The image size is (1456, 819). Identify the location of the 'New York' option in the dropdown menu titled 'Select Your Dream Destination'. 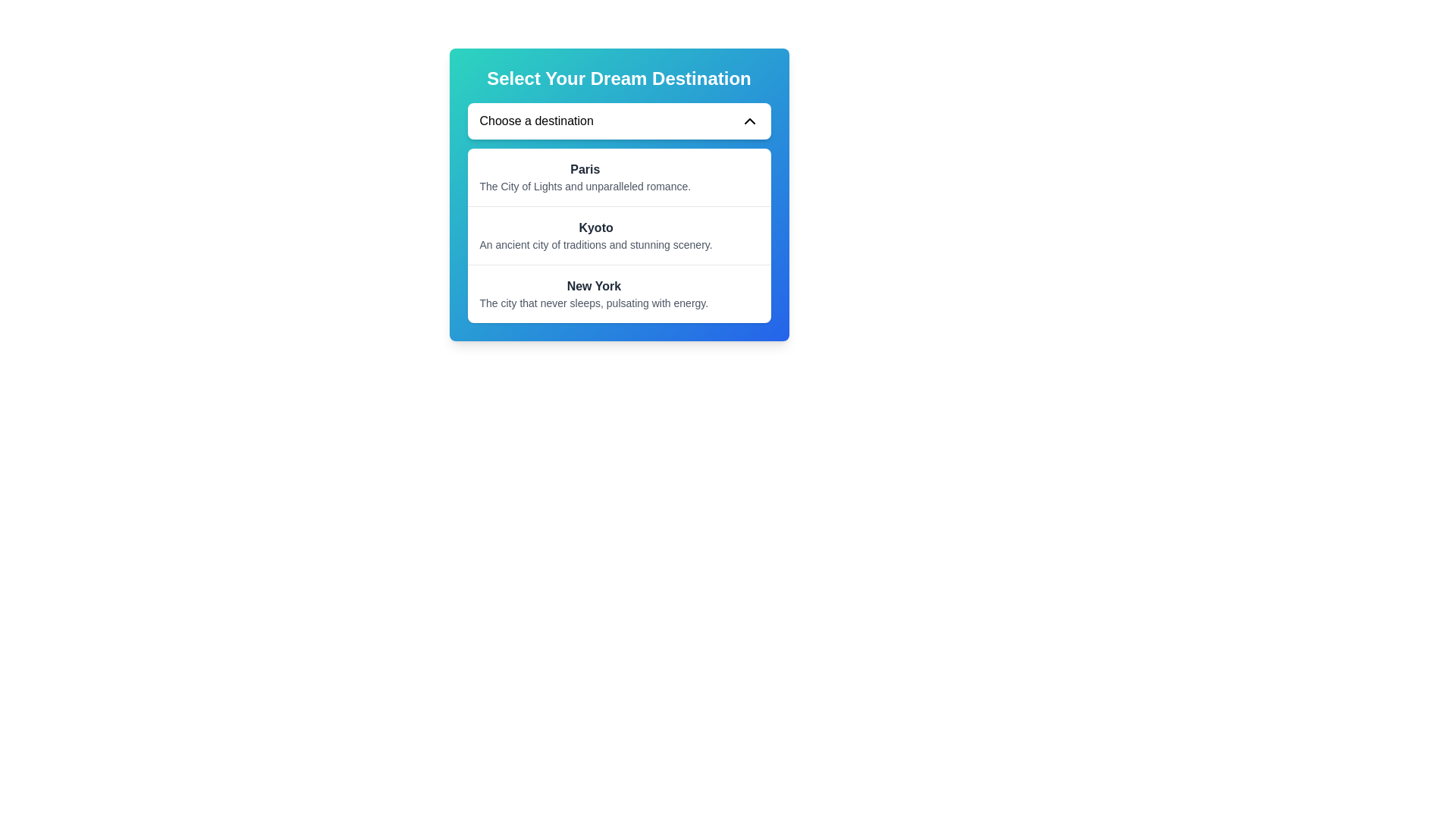
(593, 294).